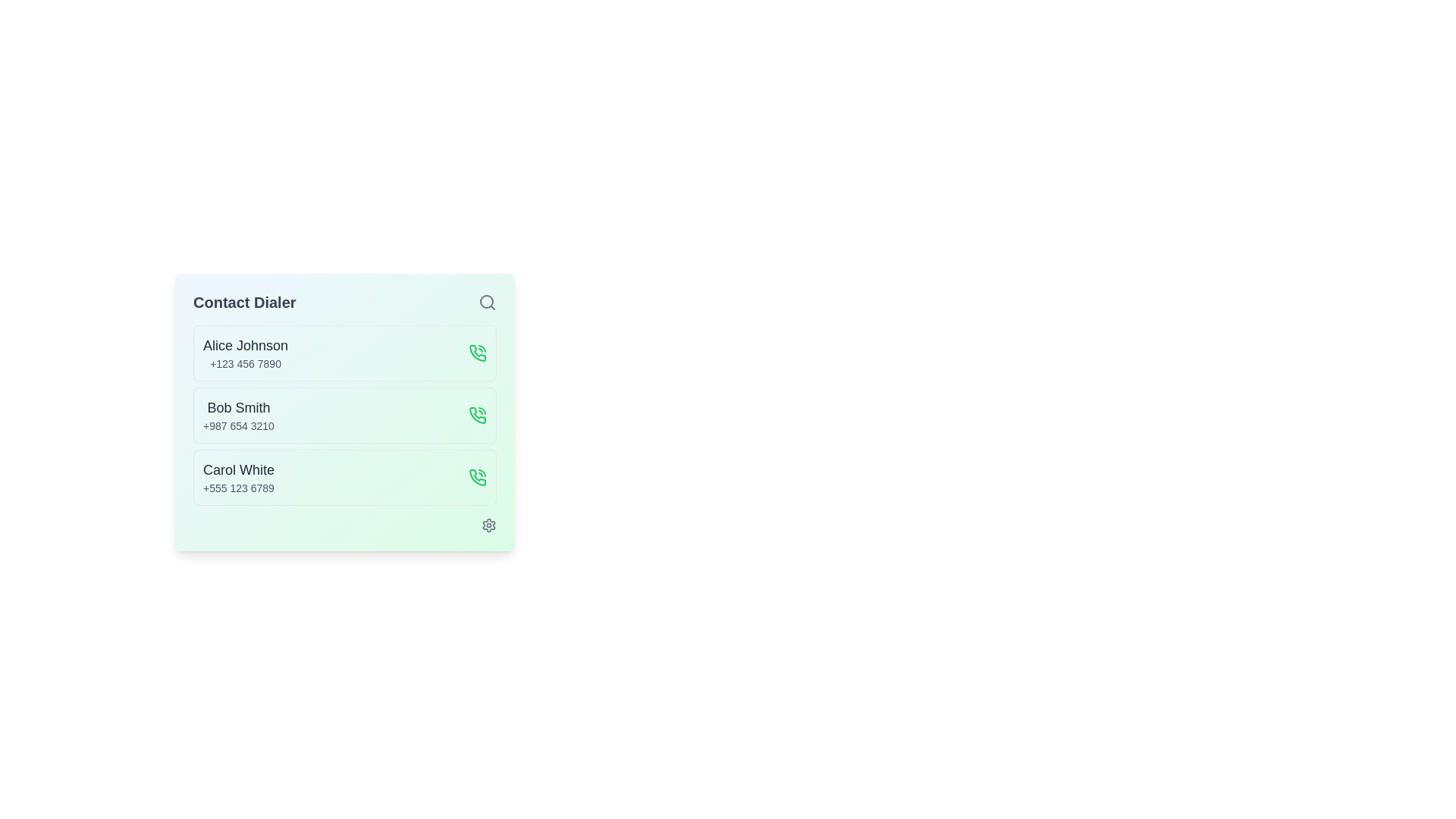  I want to click on the green phone receiver icon with radiating signals, located at the far right of the third contact entry labeled 'Carol White +555 123 6789', to initiate a call, so click(476, 476).